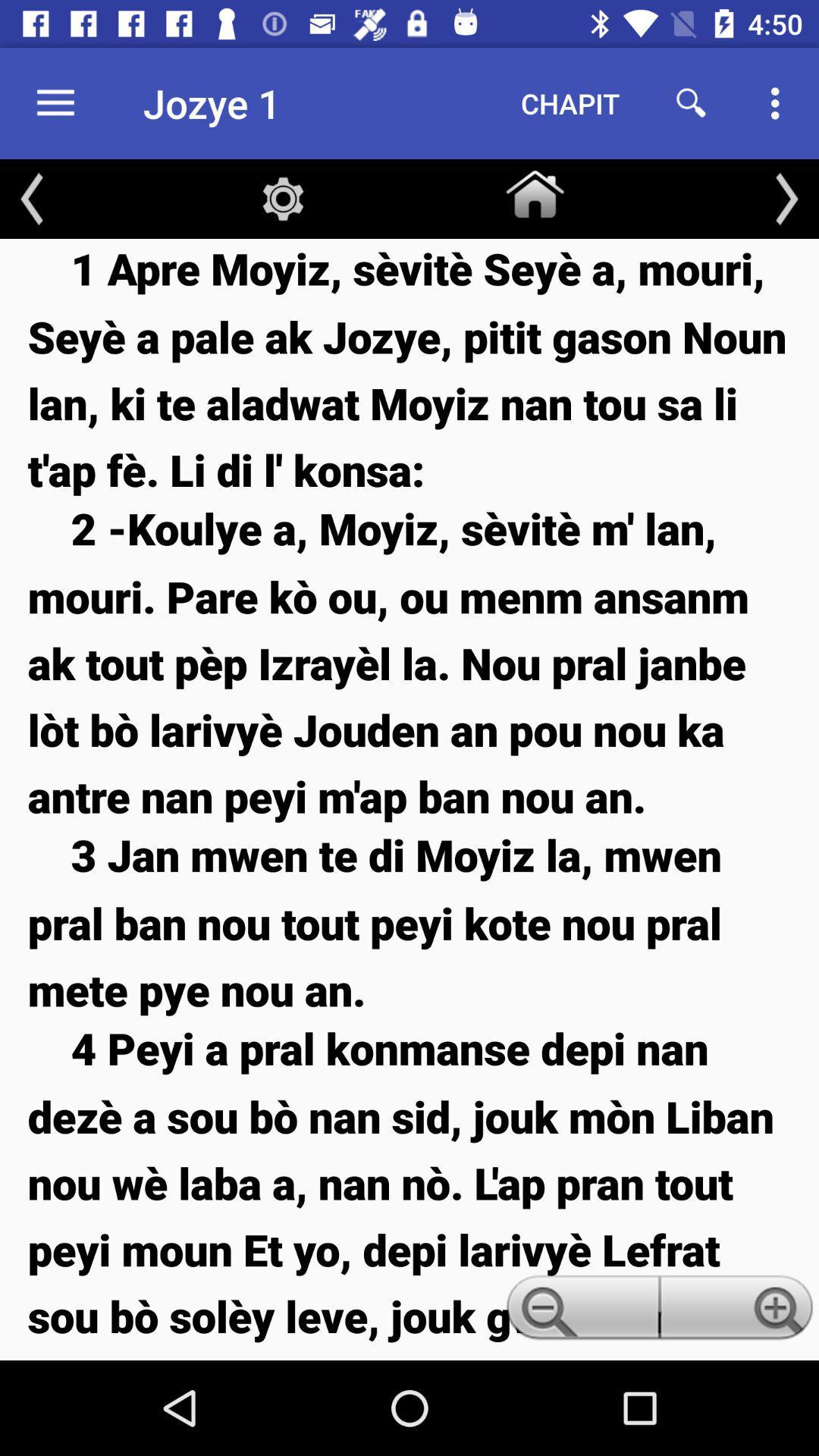 This screenshot has width=819, height=1456. Describe the element at coordinates (534, 190) in the screenshot. I see `item above the 1 apre moyiz icon` at that location.